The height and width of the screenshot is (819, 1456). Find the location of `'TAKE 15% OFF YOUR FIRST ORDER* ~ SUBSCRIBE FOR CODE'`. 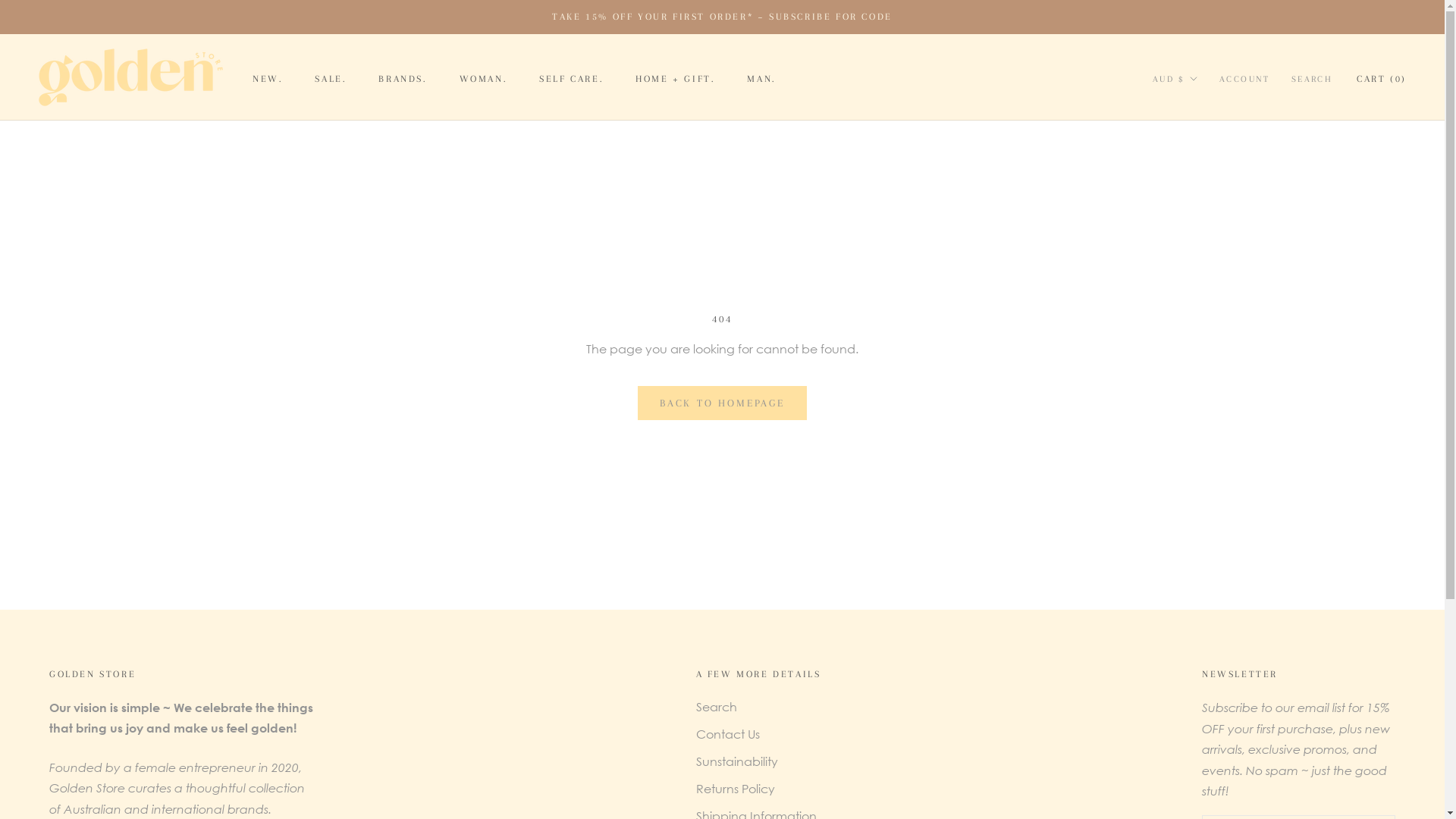

'TAKE 15% OFF YOUR FIRST ORDER* ~ SUBSCRIBE FOR CODE' is located at coordinates (721, 17).